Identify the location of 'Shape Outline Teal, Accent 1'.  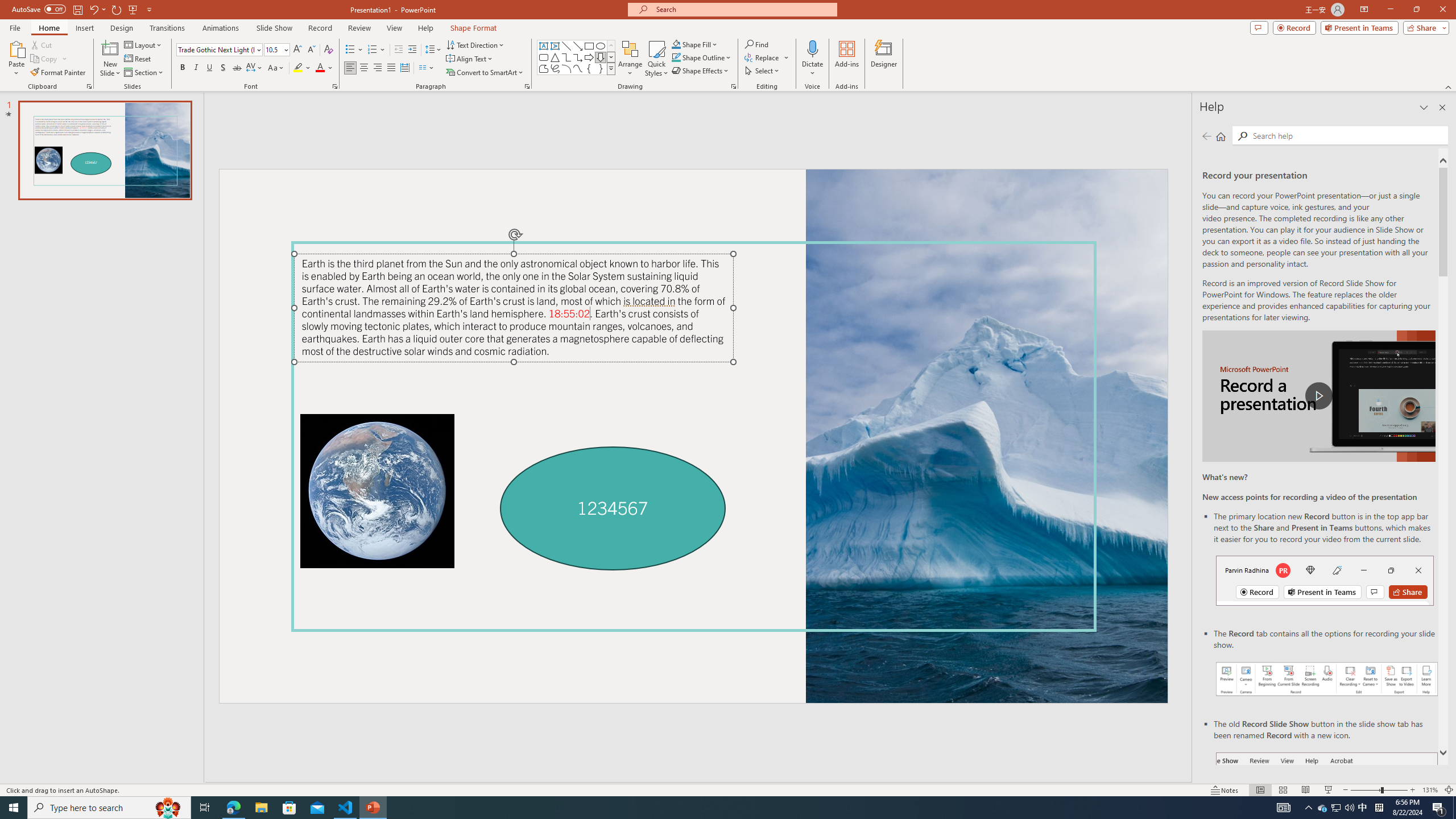
(676, 56).